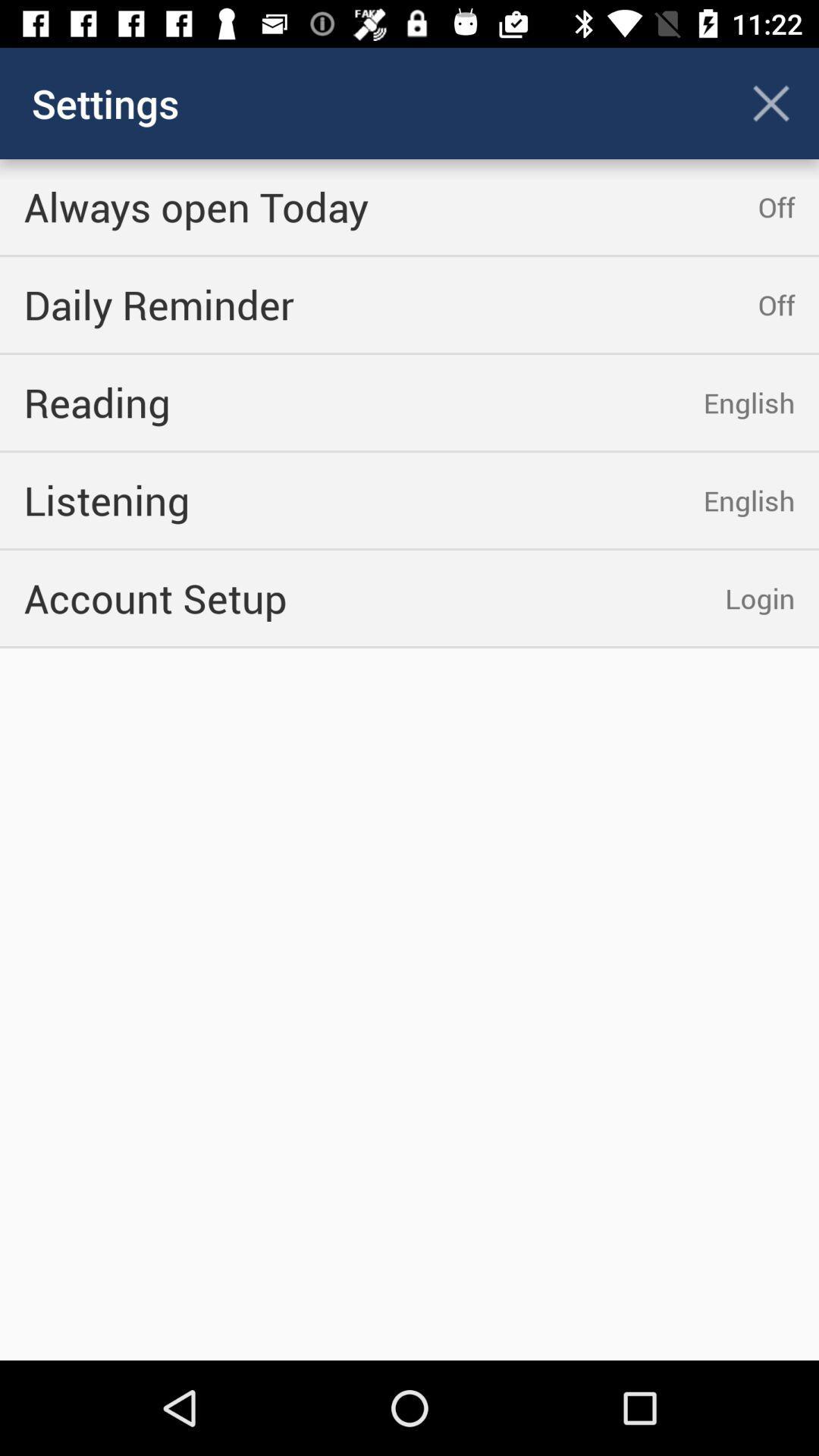 The image size is (819, 1456). Describe the element at coordinates (771, 103) in the screenshot. I see `the cross icon` at that location.